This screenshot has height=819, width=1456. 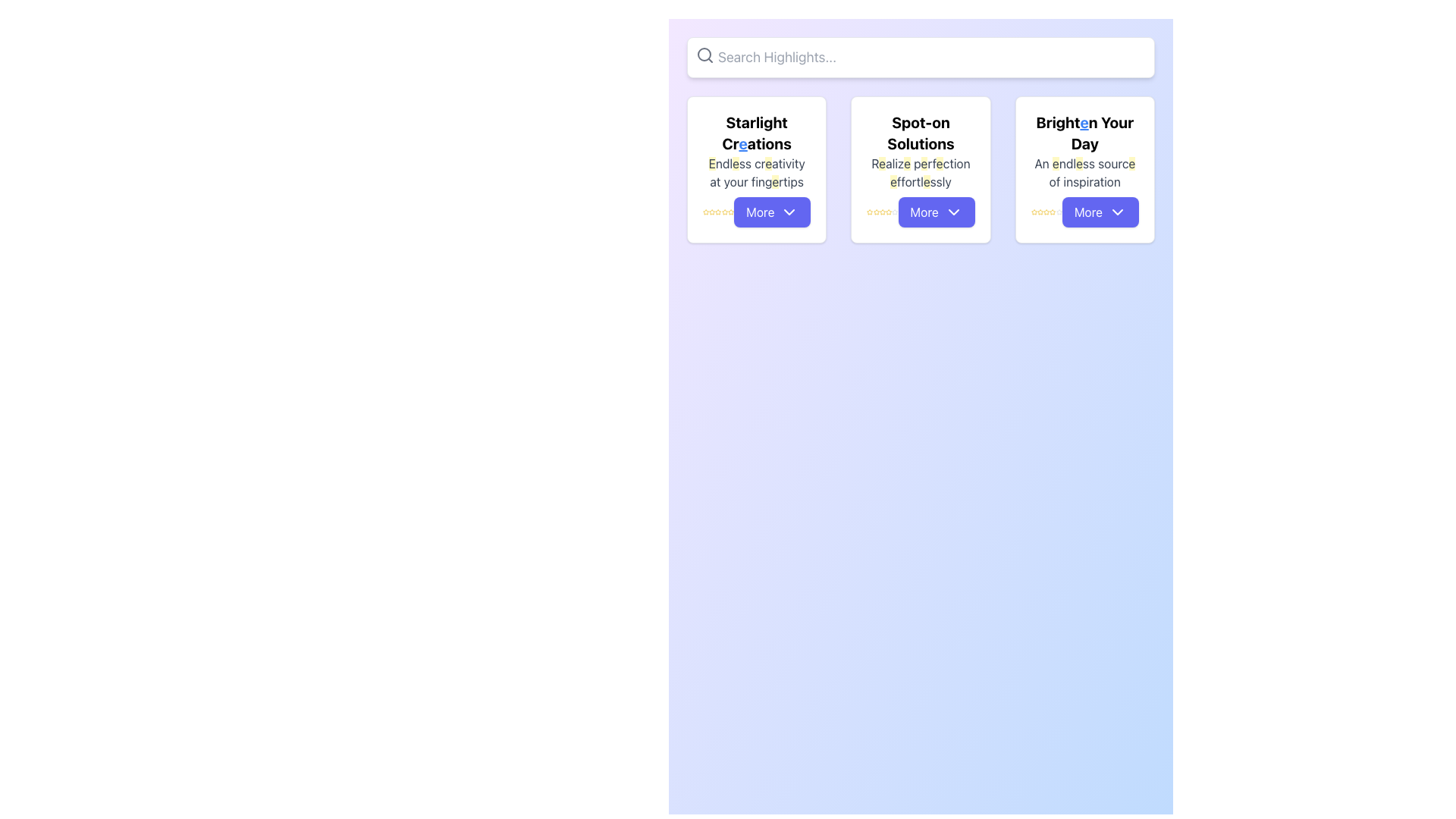 What do you see at coordinates (876, 212) in the screenshot?
I see `the second star icon in the 5-star rating system, which is yellow and located beneath the 'Spot-on Solutions' description text and above the 'More' button` at bounding box center [876, 212].